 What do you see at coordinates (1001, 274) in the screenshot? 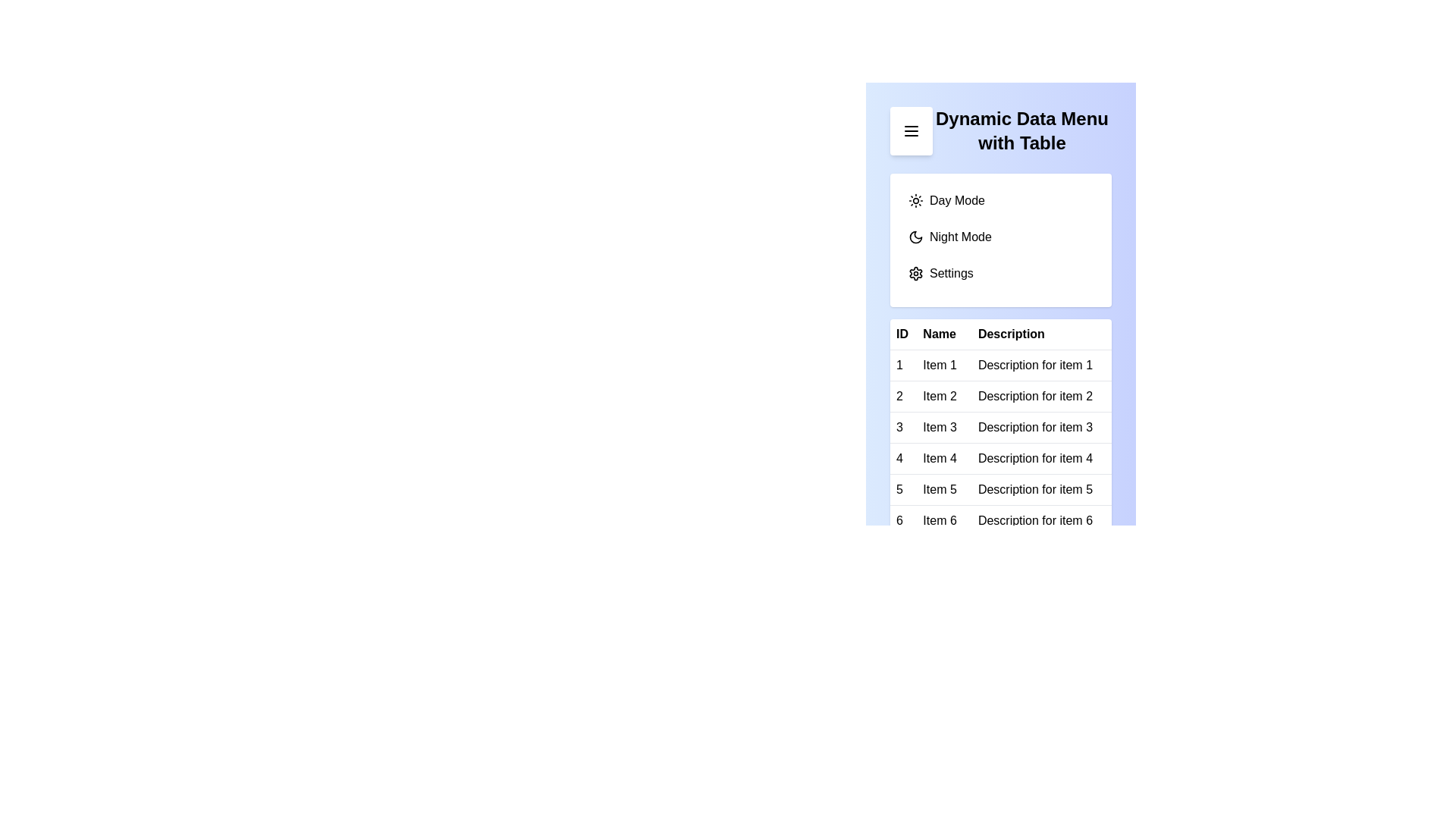
I see `'Settings' button` at bounding box center [1001, 274].